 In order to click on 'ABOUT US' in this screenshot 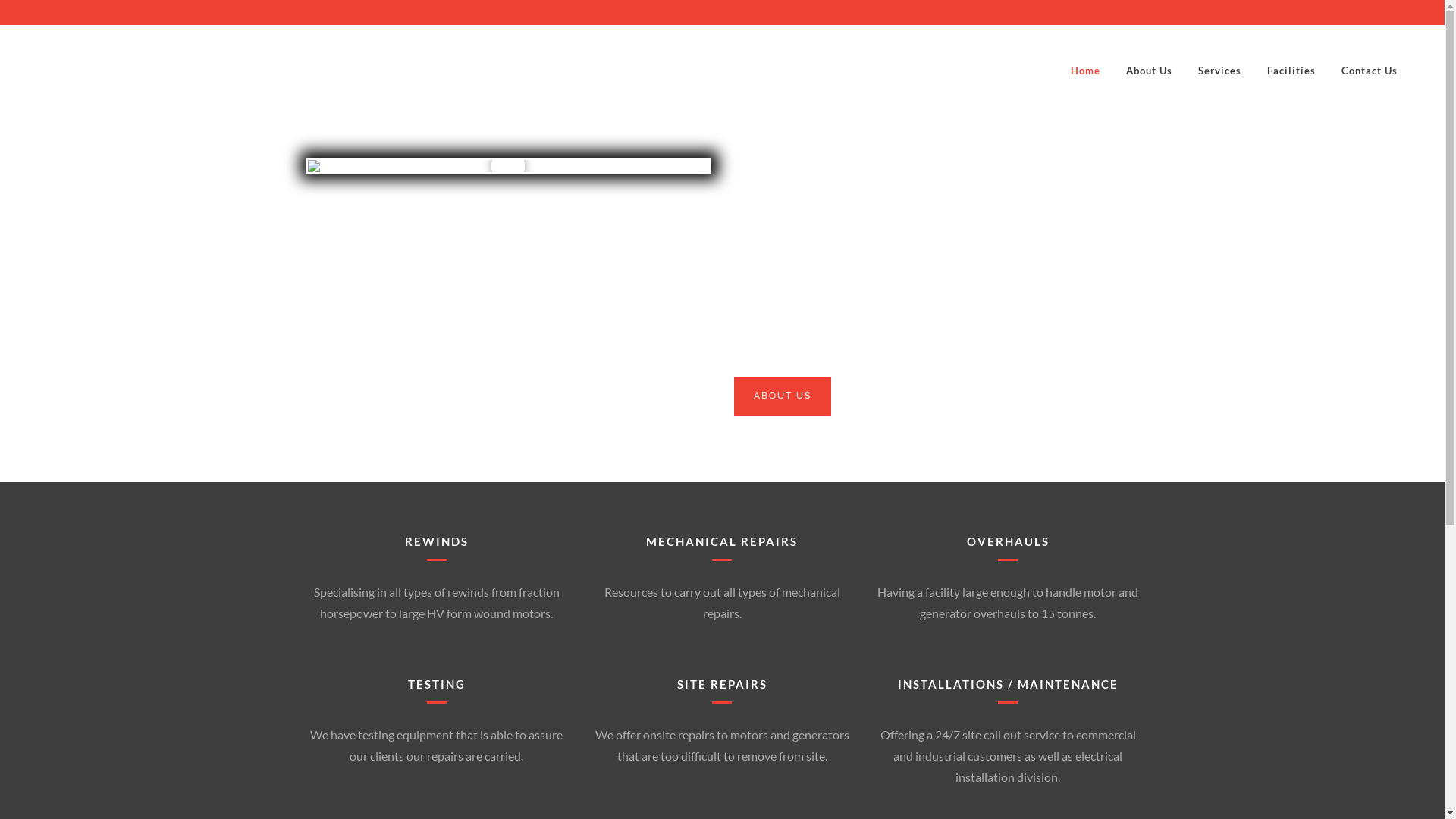, I will do `click(783, 395)`.